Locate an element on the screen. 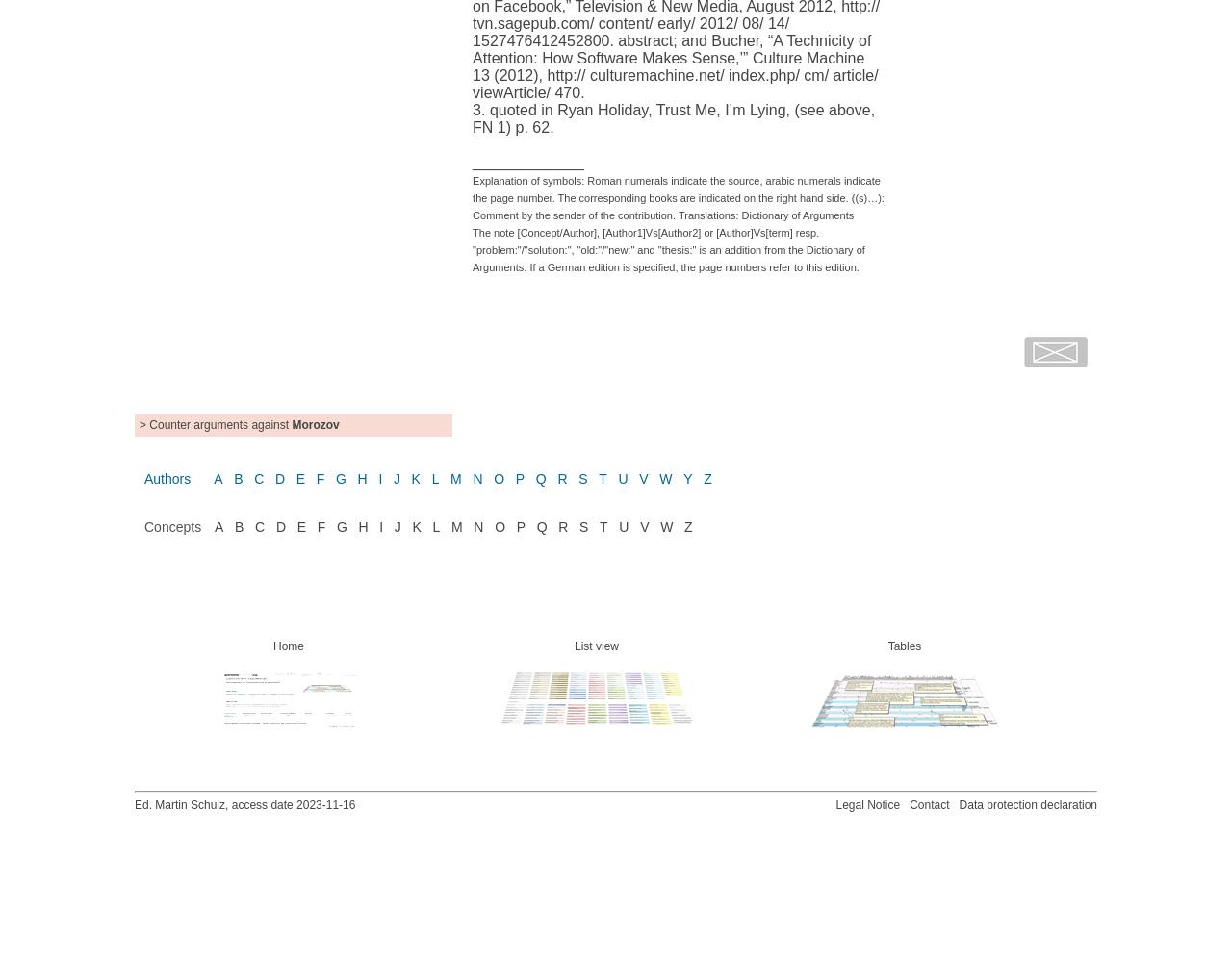  '_____________' is located at coordinates (527, 161).